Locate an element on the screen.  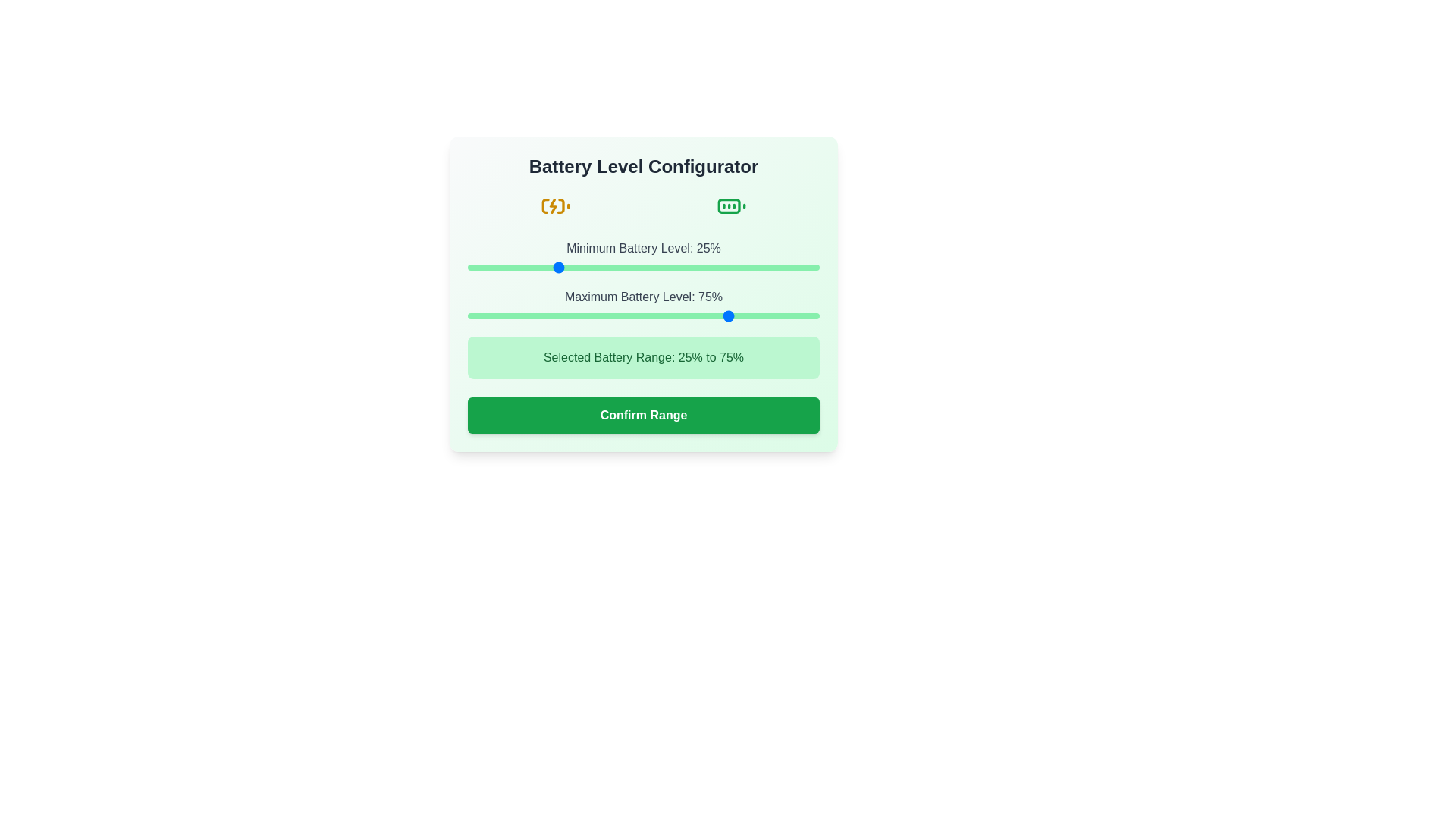
the minimum battery level is located at coordinates (667, 267).